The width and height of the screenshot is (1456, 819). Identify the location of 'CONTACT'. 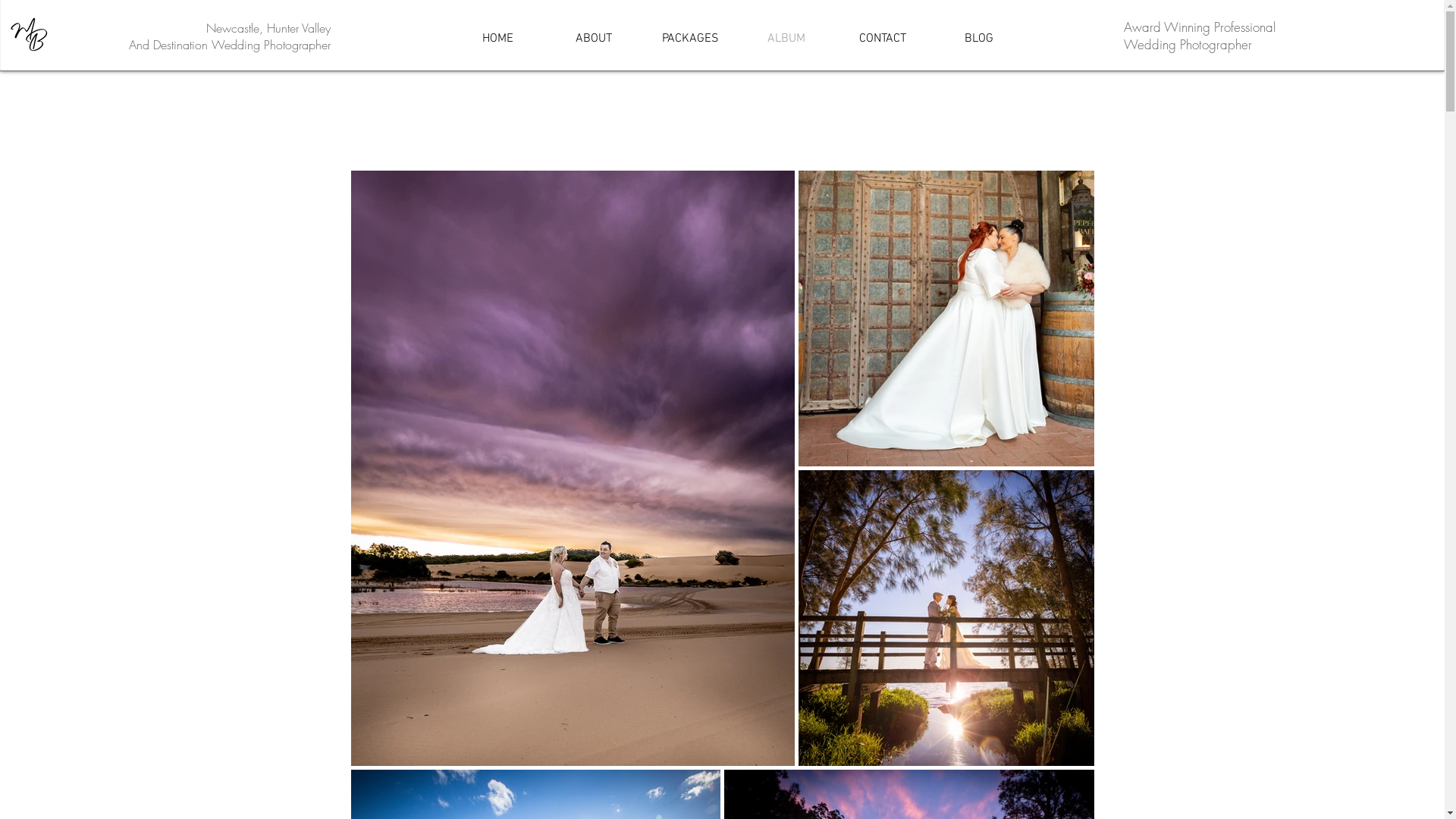
(833, 38).